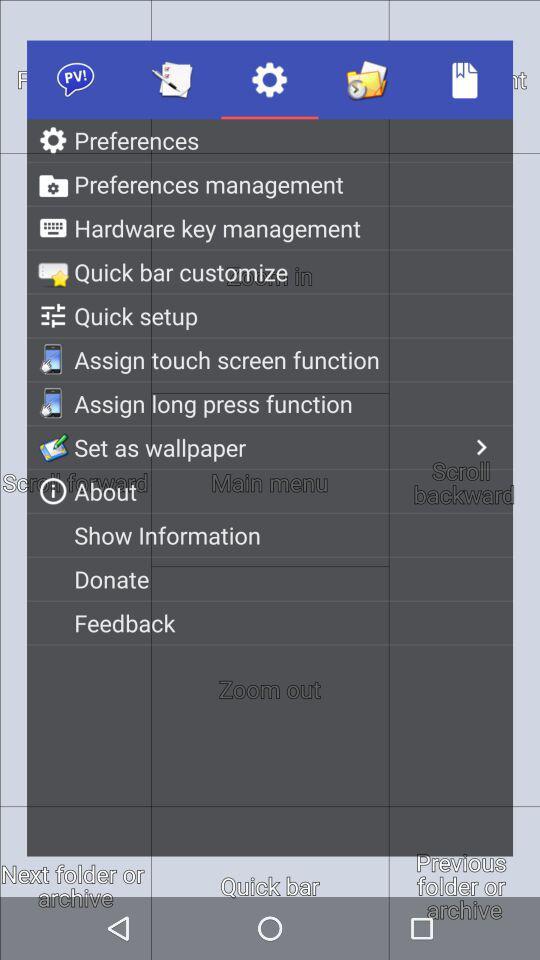 The height and width of the screenshot is (960, 540). What do you see at coordinates (53, 490) in the screenshot?
I see `the icon beside the text about` at bounding box center [53, 490].